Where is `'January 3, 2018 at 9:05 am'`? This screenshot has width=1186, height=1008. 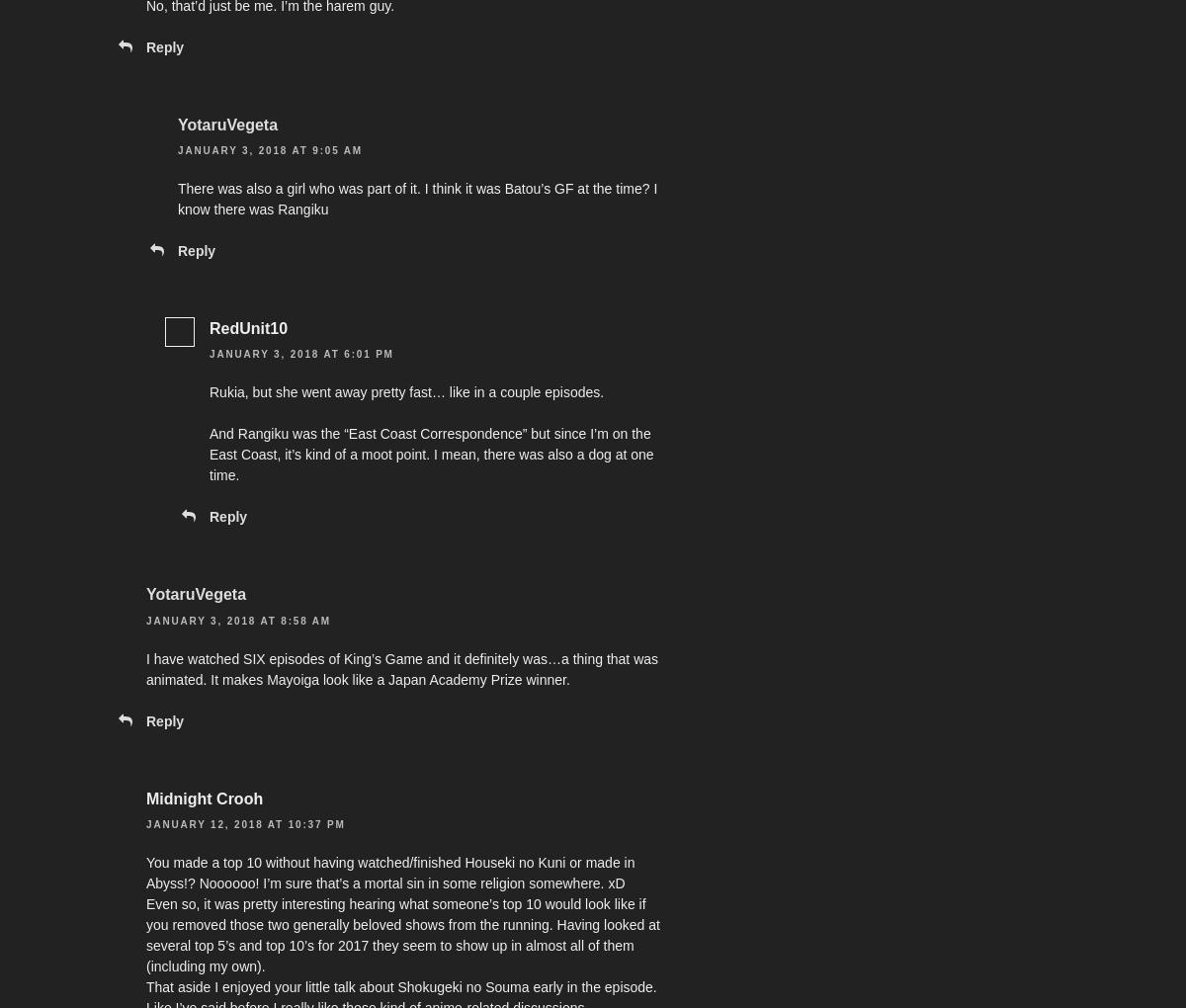 'January 3, 2018 at 9:05 am' is located at coordinates (177, 150).